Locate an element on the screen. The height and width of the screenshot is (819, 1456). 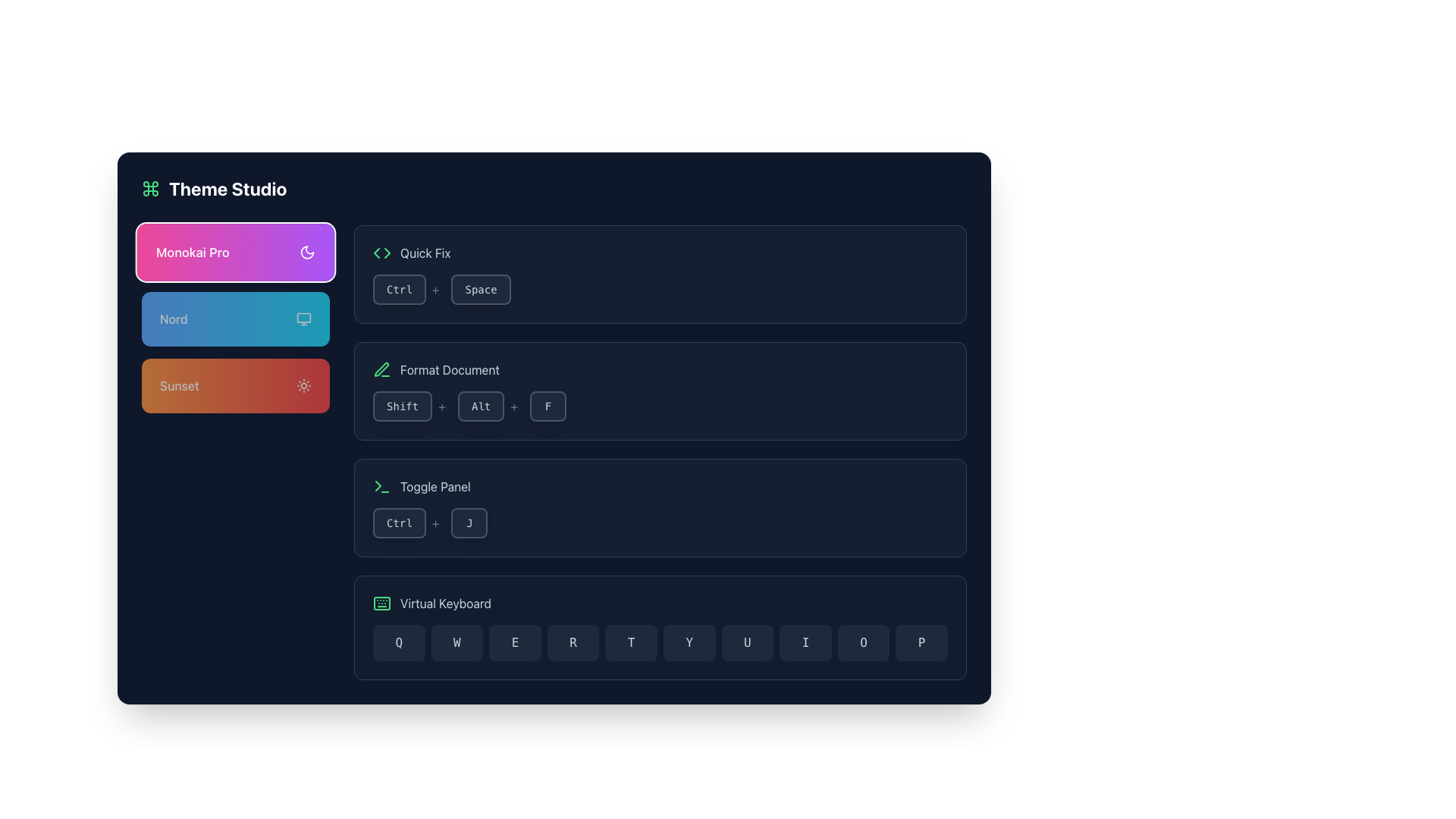
the rectangular button labeled 'Alt', which is styled against a dark background and has rounded corners, located between the 'Shift' button and a small '+' symbol is located at coordinates (480, 406).